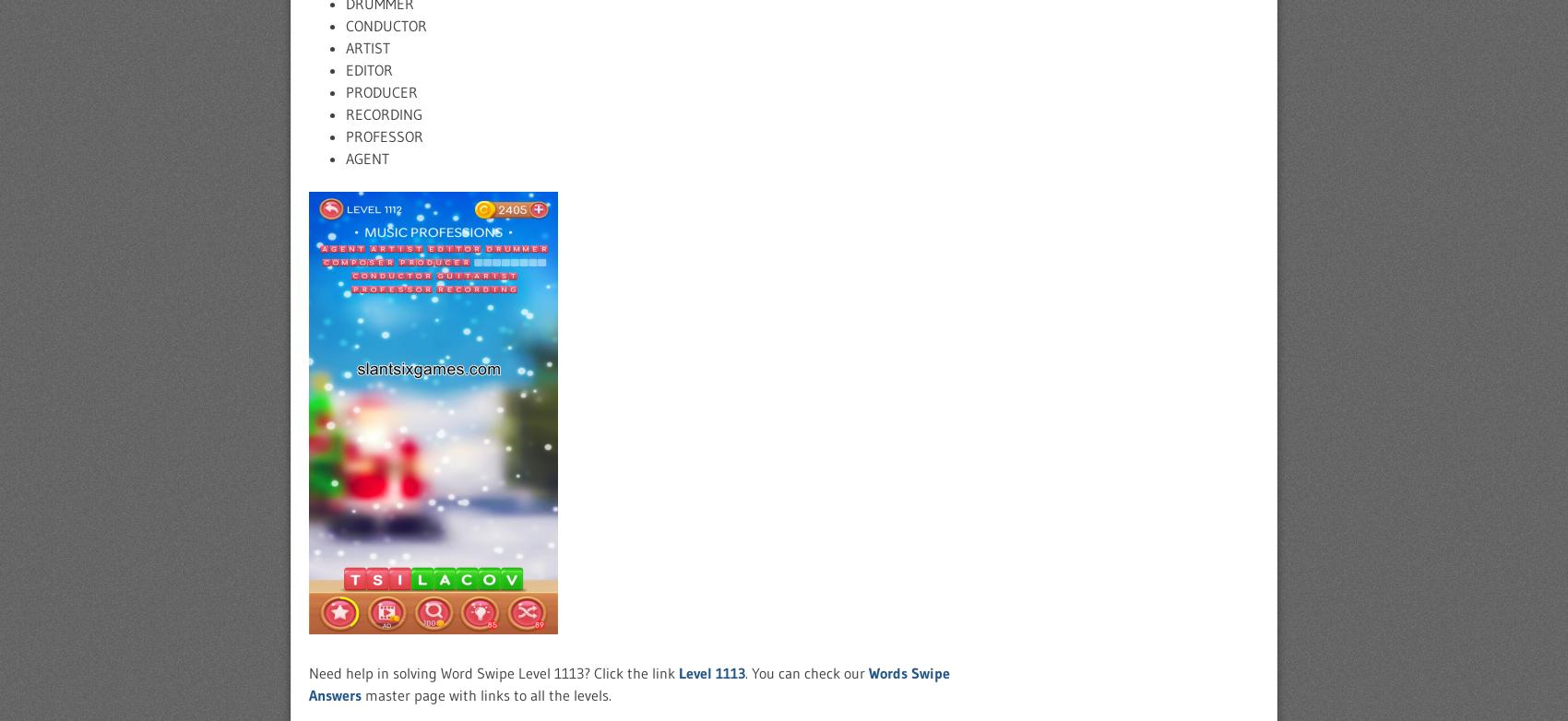 The image size is (1568, 721). I want to click on '. You can check our', so click(806, 671).